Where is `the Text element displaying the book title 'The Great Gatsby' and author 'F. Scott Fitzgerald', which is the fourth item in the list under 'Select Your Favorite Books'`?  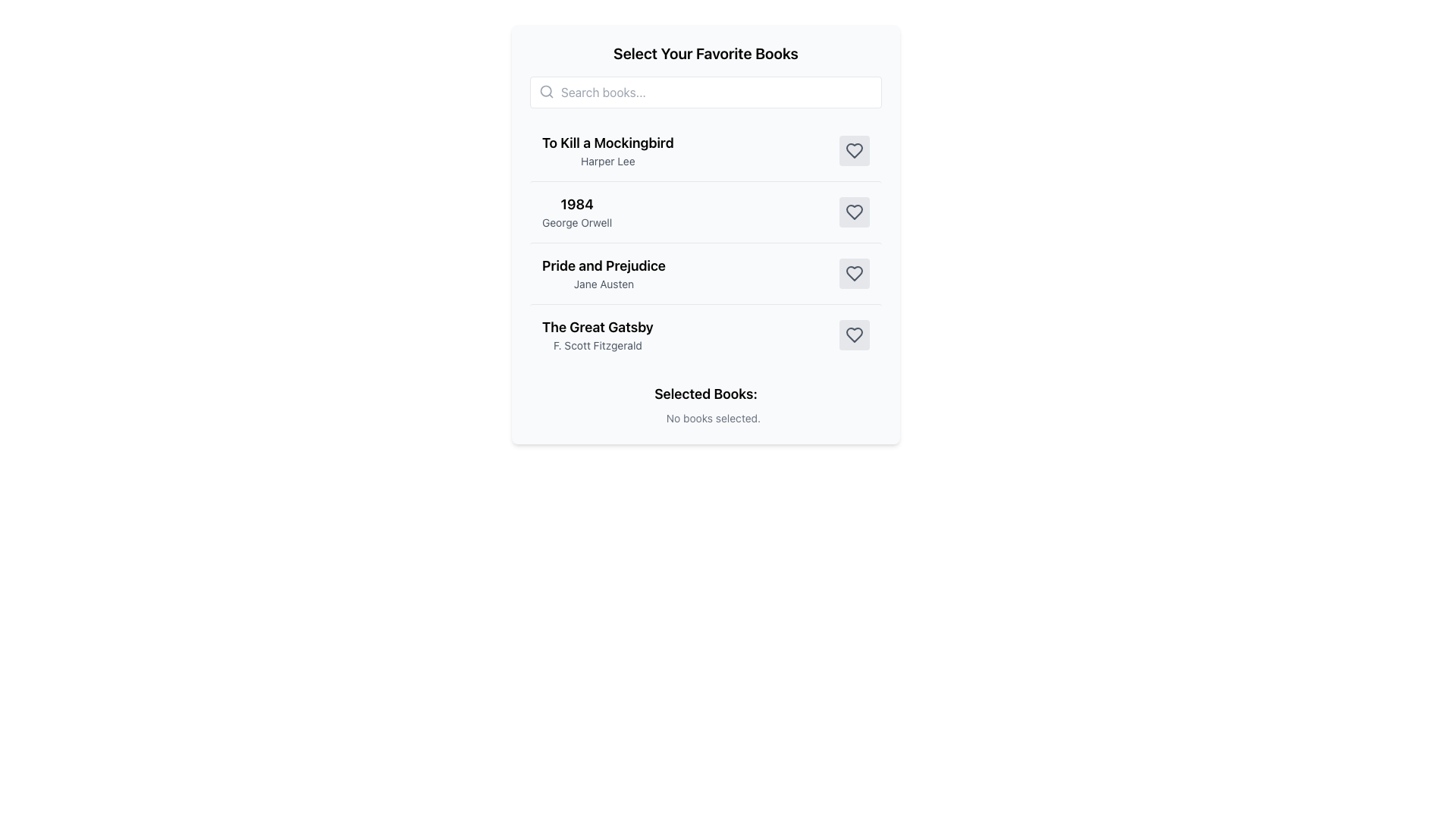 the Text element displaying the book title 'The Great Gatsby' and author 'F. Scott Fitzgerald', which is the fourth item in the list under 'Select Your Favorite Books' is located at coordinates (597, 334).